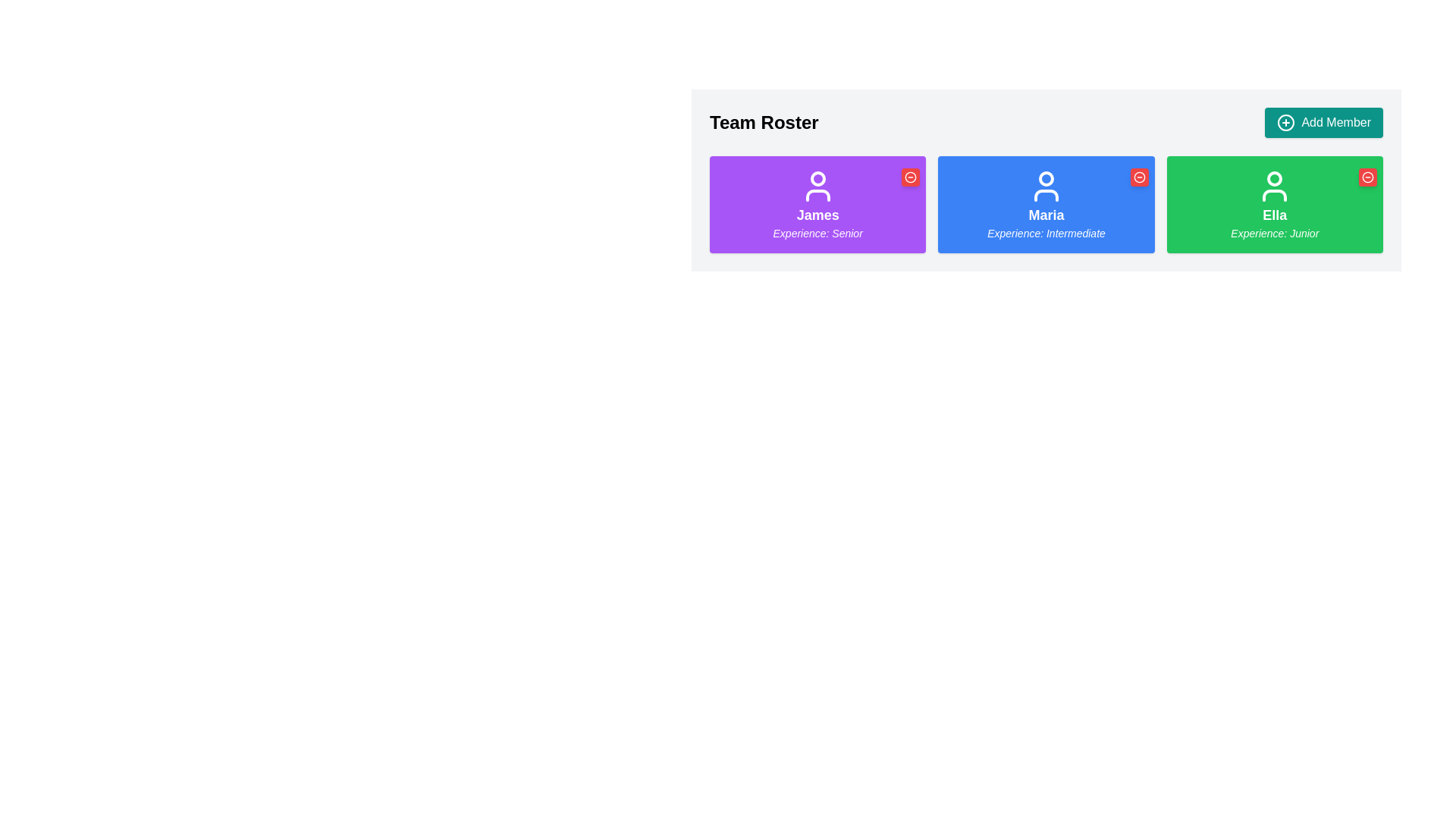 This screenshot has height=819, width=1456. Describe the element at coordinates (1045, 234) in the screenshot. I see `the Text Label that displays the experience level associated with 'Maria', located in the blue card layout, positioned centrally below 'Maria'` at that location.